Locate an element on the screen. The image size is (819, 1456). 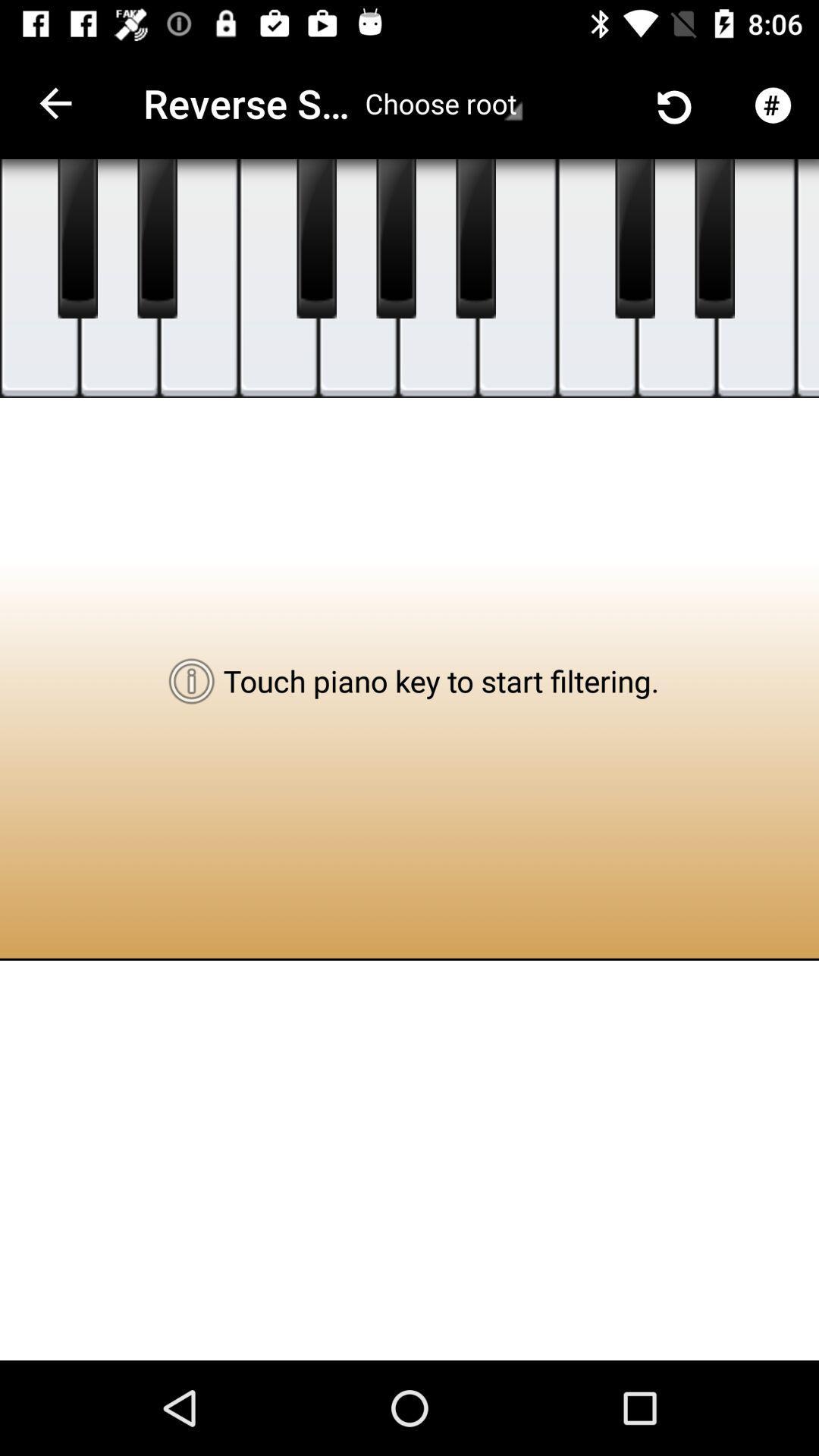
open piano key information is located at coordinates (676, 278).